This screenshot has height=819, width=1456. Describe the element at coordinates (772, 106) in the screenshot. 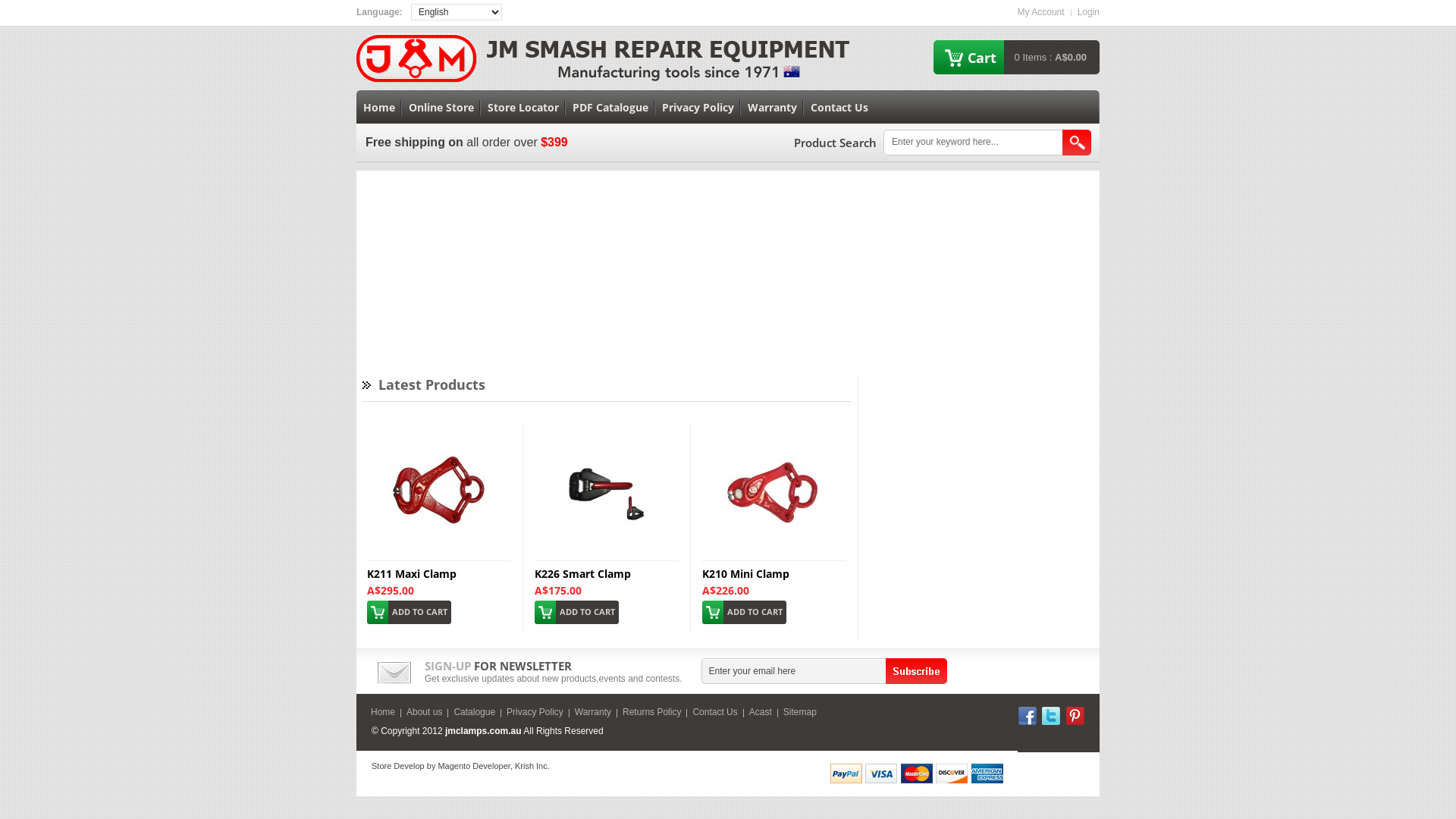

I see `'Warranty'` at that location.